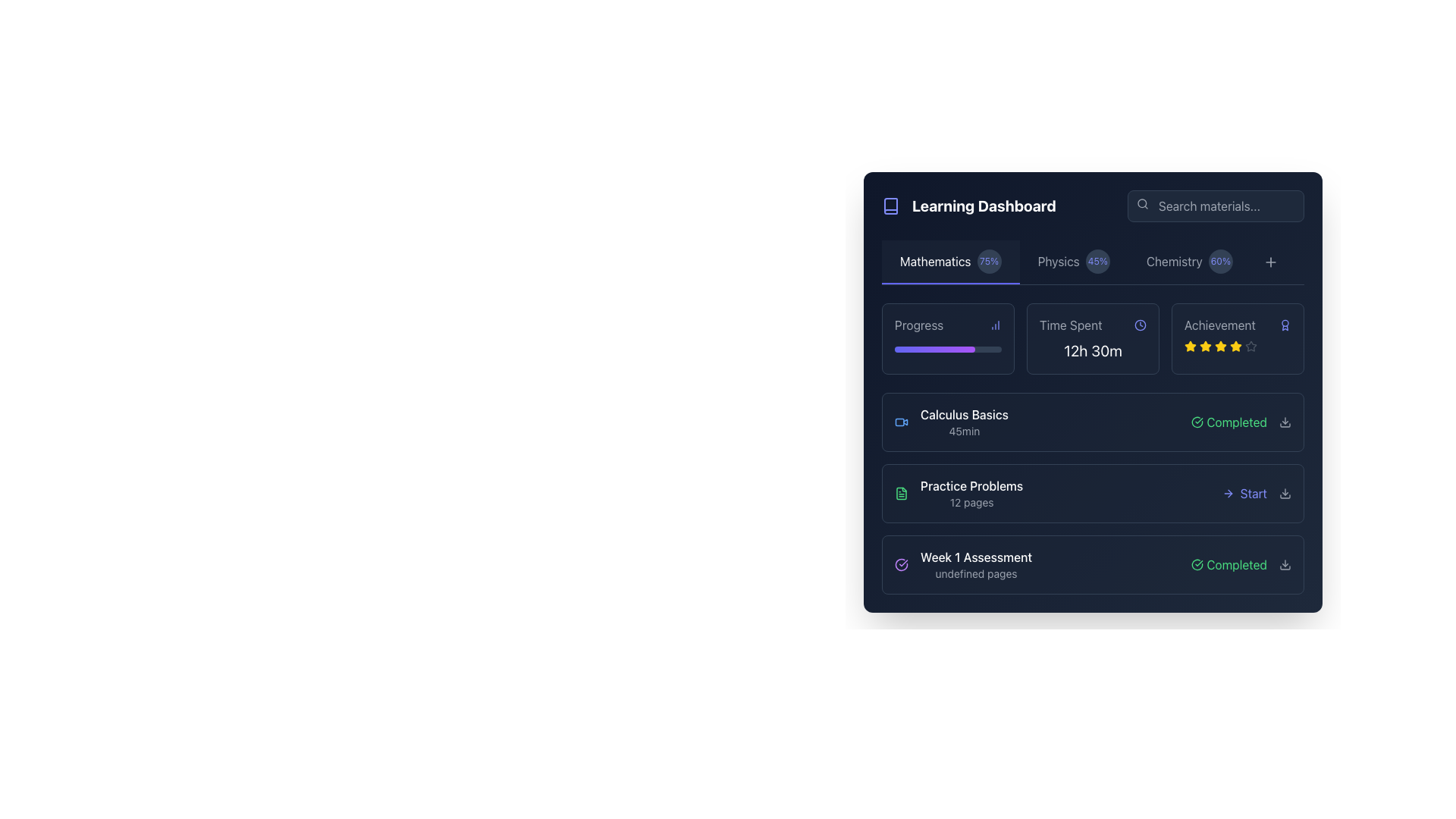 The image size is (1456, 819). What do you see at coordinates (1228, 494) in the screenshot?
I see `the arrow icon next to the 'Start' label in the 'Practice Problems' section` at bounding box center [1228, 494].